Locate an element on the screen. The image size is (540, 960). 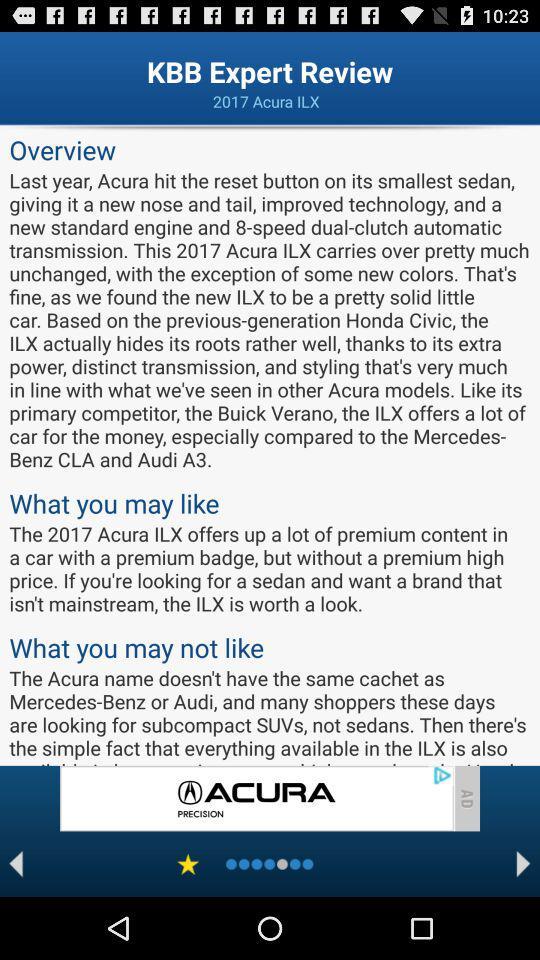
backword is located at coordinates (15, 863).